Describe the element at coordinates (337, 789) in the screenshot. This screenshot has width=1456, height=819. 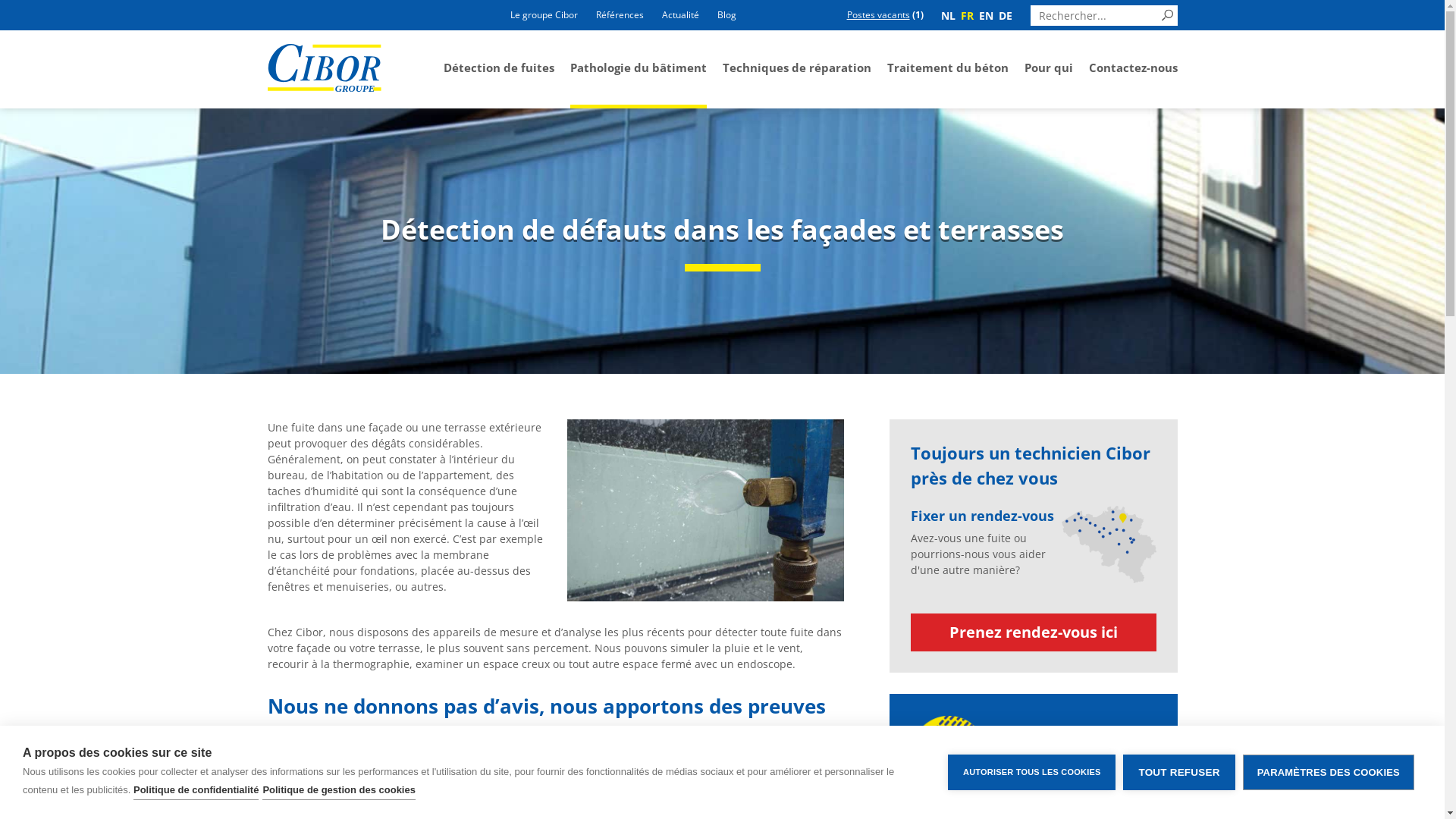
I see `'Politique de gestion des cookies'` at that location.